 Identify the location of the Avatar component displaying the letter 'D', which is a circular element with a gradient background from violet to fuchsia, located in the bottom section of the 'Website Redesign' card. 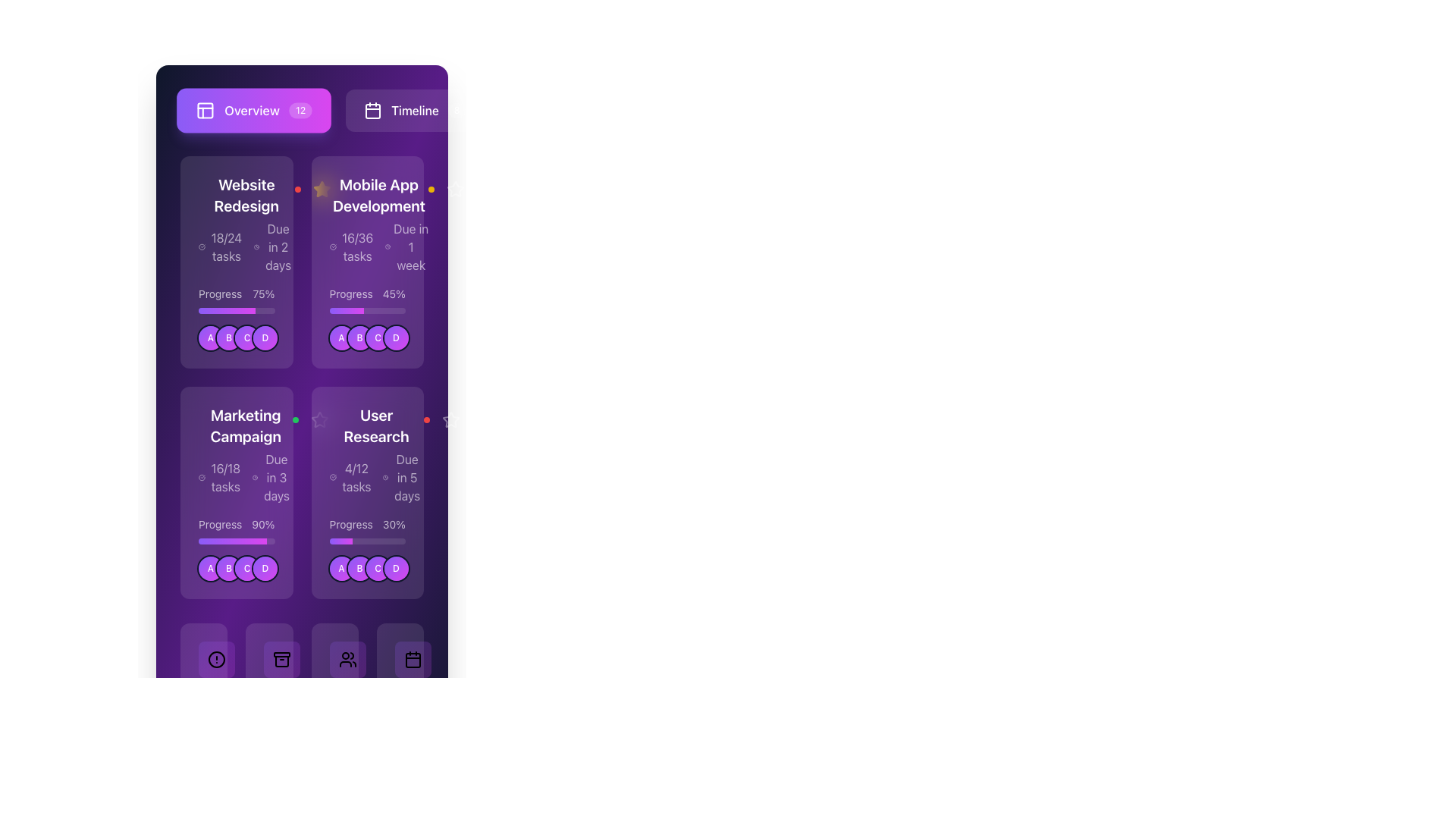
(265, 337).